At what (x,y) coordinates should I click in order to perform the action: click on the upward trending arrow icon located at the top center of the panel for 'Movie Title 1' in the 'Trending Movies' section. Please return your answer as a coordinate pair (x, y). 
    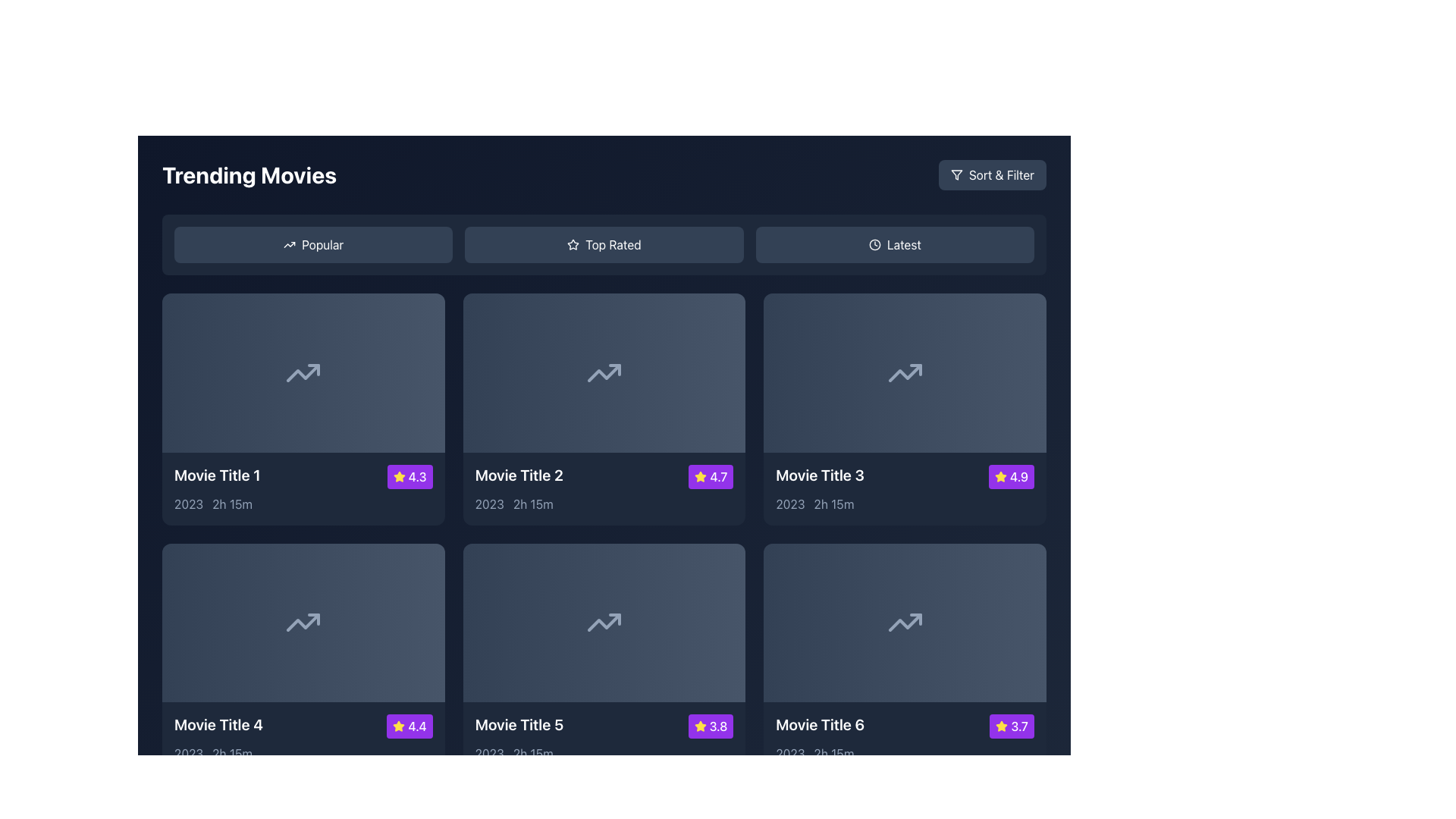
    Looking at the image, I should click on (303, 372).